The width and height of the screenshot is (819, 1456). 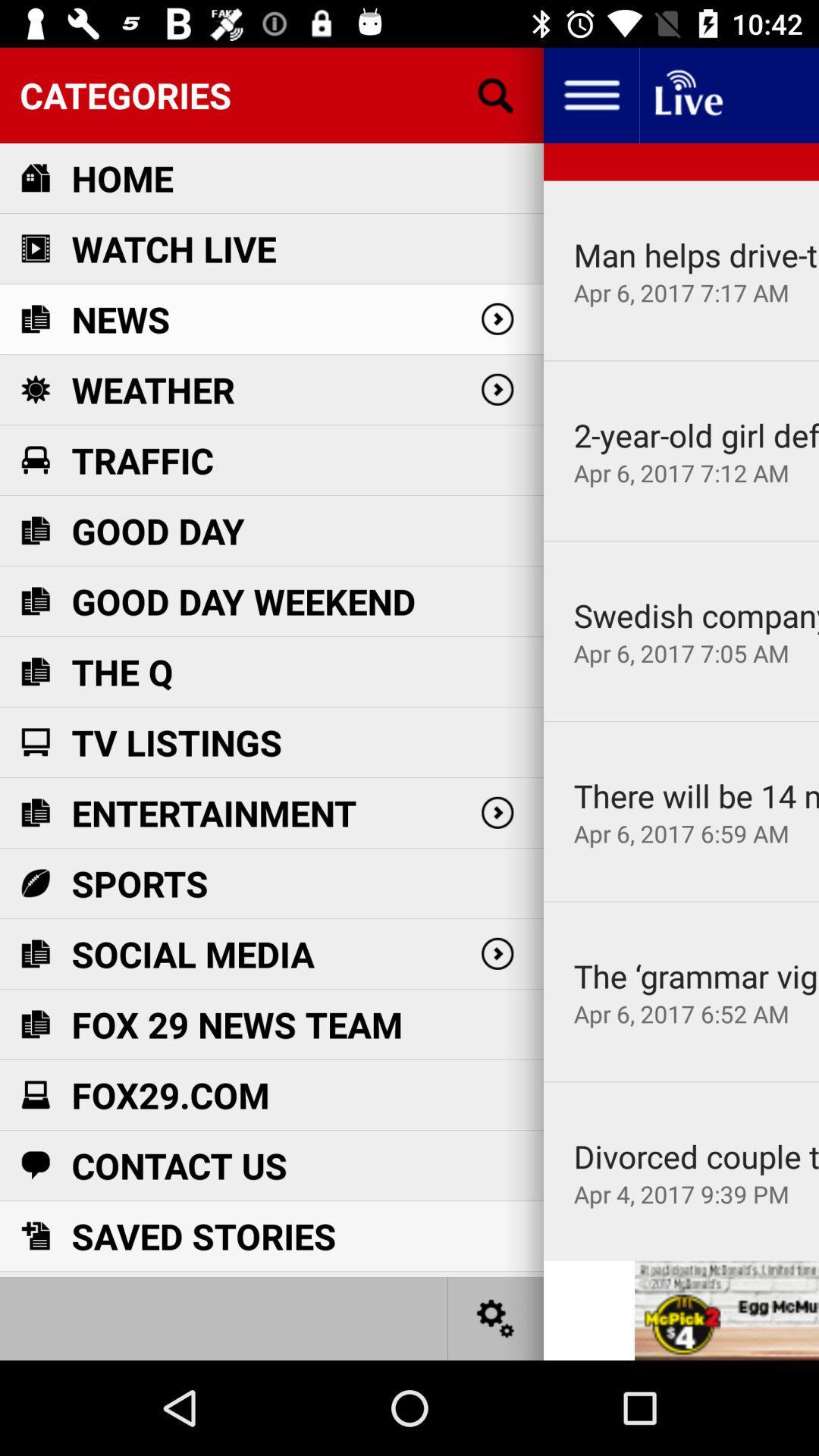 I want to click on the advertised site, so click(x=726, y=1310).